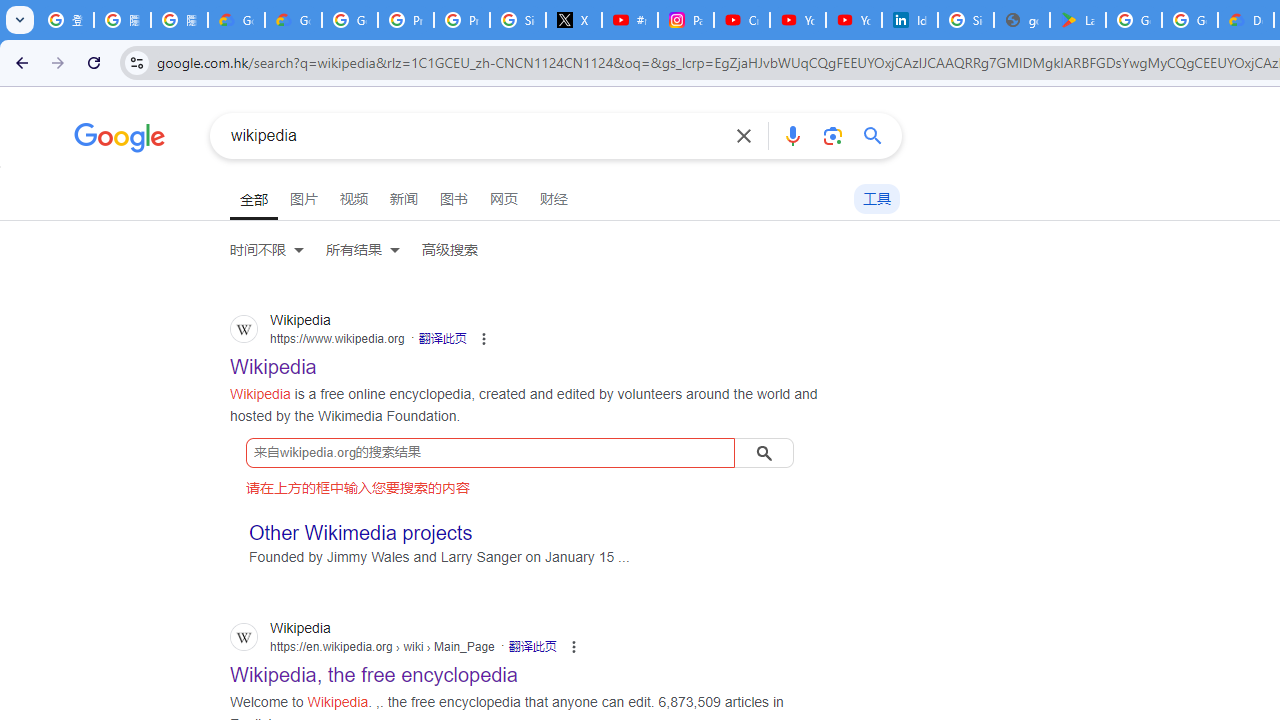 The height and width of the screenshot is (720, 1280). I want to click on 'Sign in - Google Accounts', so click(966, 20).